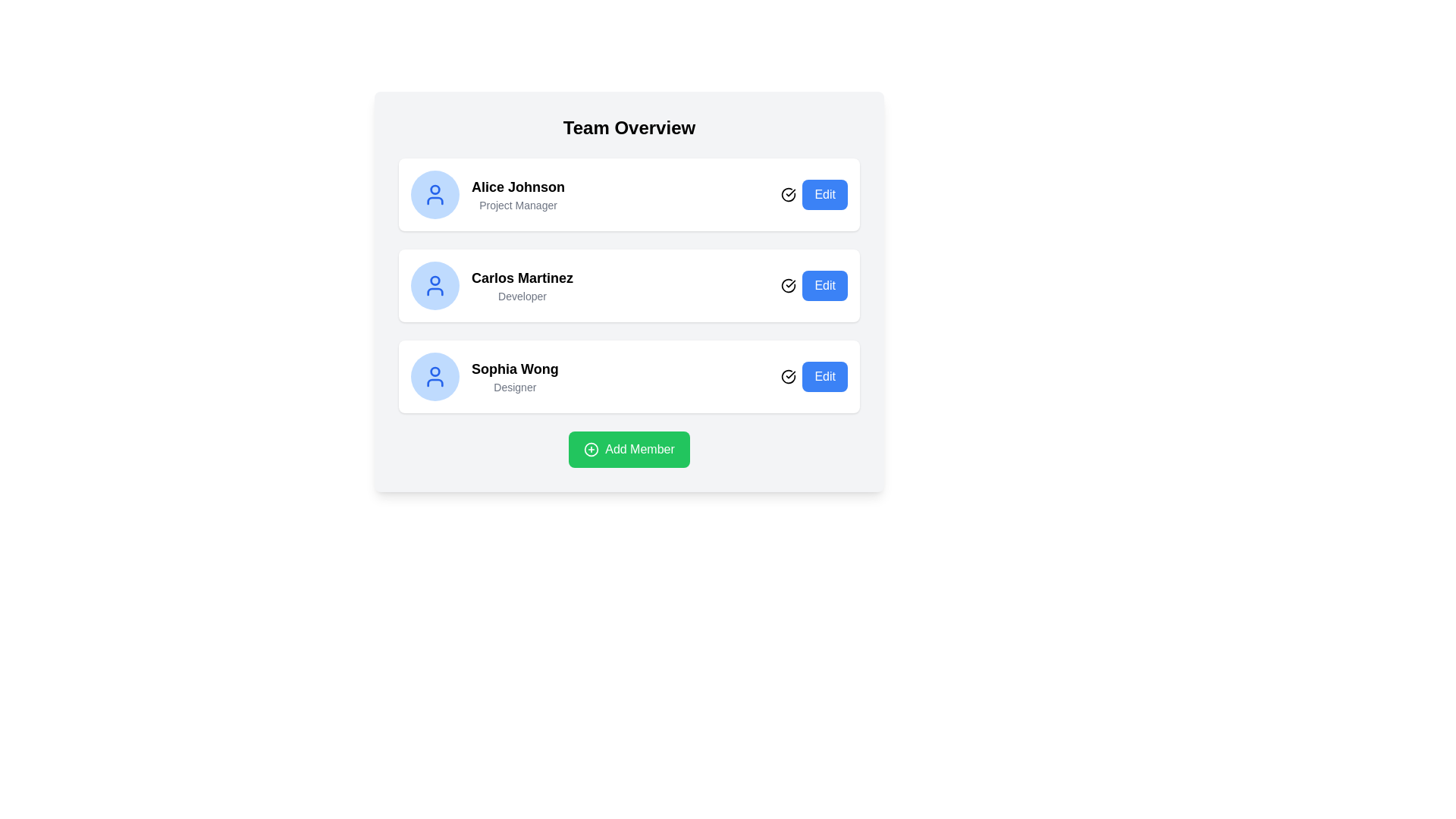  Describe the element at coordinates (789, 194) in the screenshot. I see `the SVG icon element indicating the activity status next to 'Carlos Martinez' in the user card list` at that location.